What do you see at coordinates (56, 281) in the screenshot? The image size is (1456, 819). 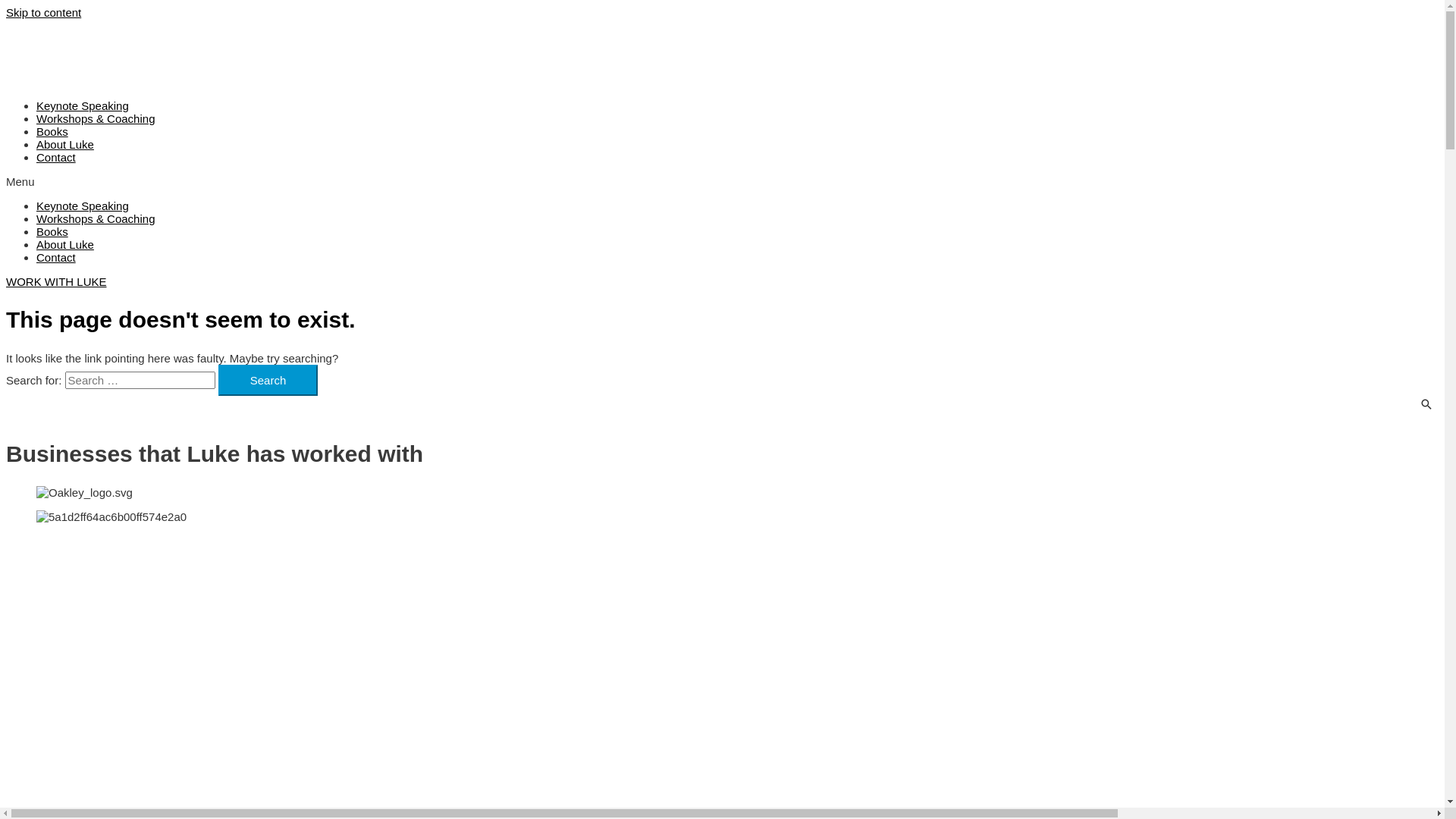 I see `'WORK WITH LUKE'` at bounding box center [56, 281].